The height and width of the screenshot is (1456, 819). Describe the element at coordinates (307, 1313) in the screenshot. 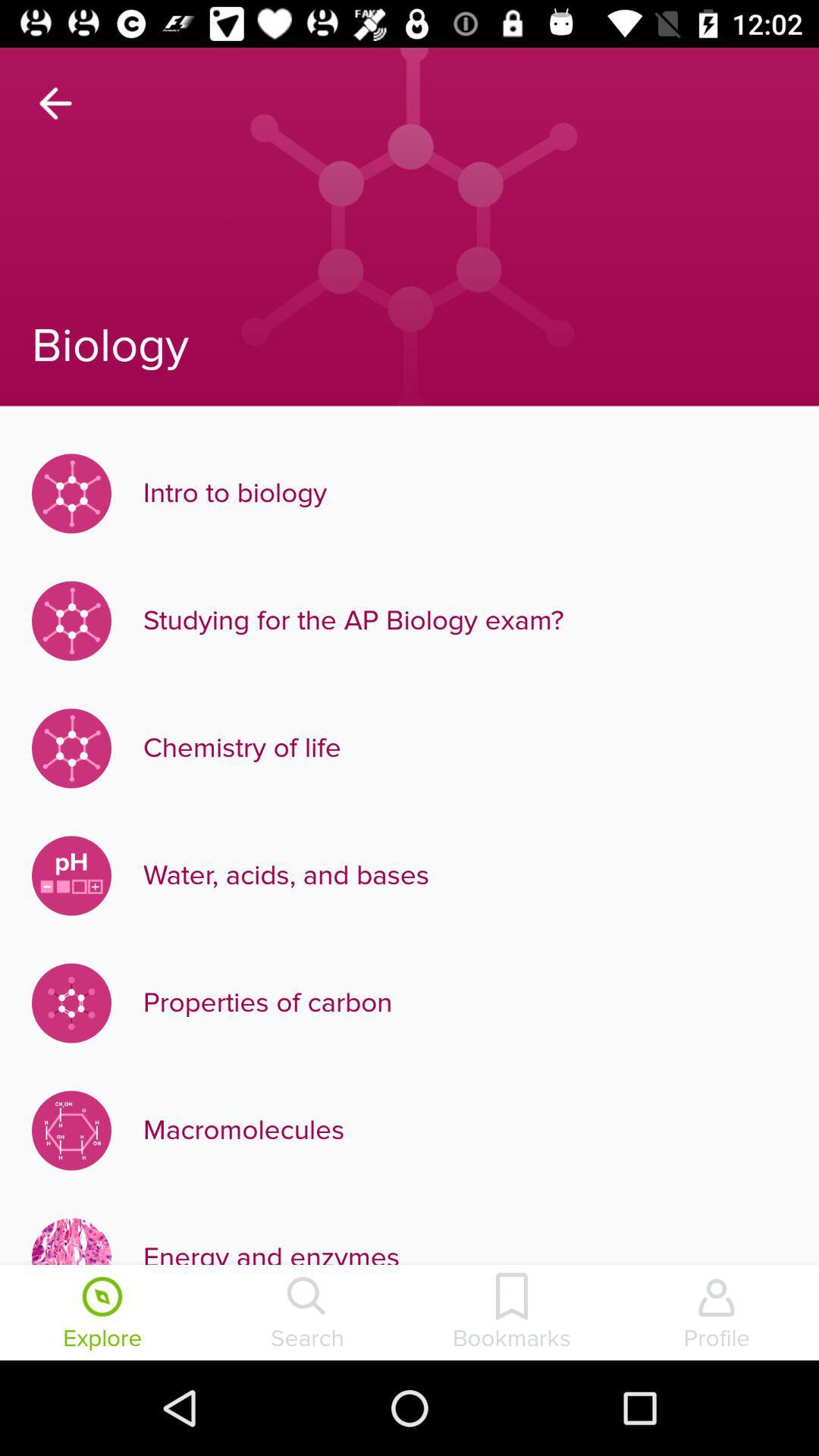

I see `the item to the left of bookmarks icon` at that location.